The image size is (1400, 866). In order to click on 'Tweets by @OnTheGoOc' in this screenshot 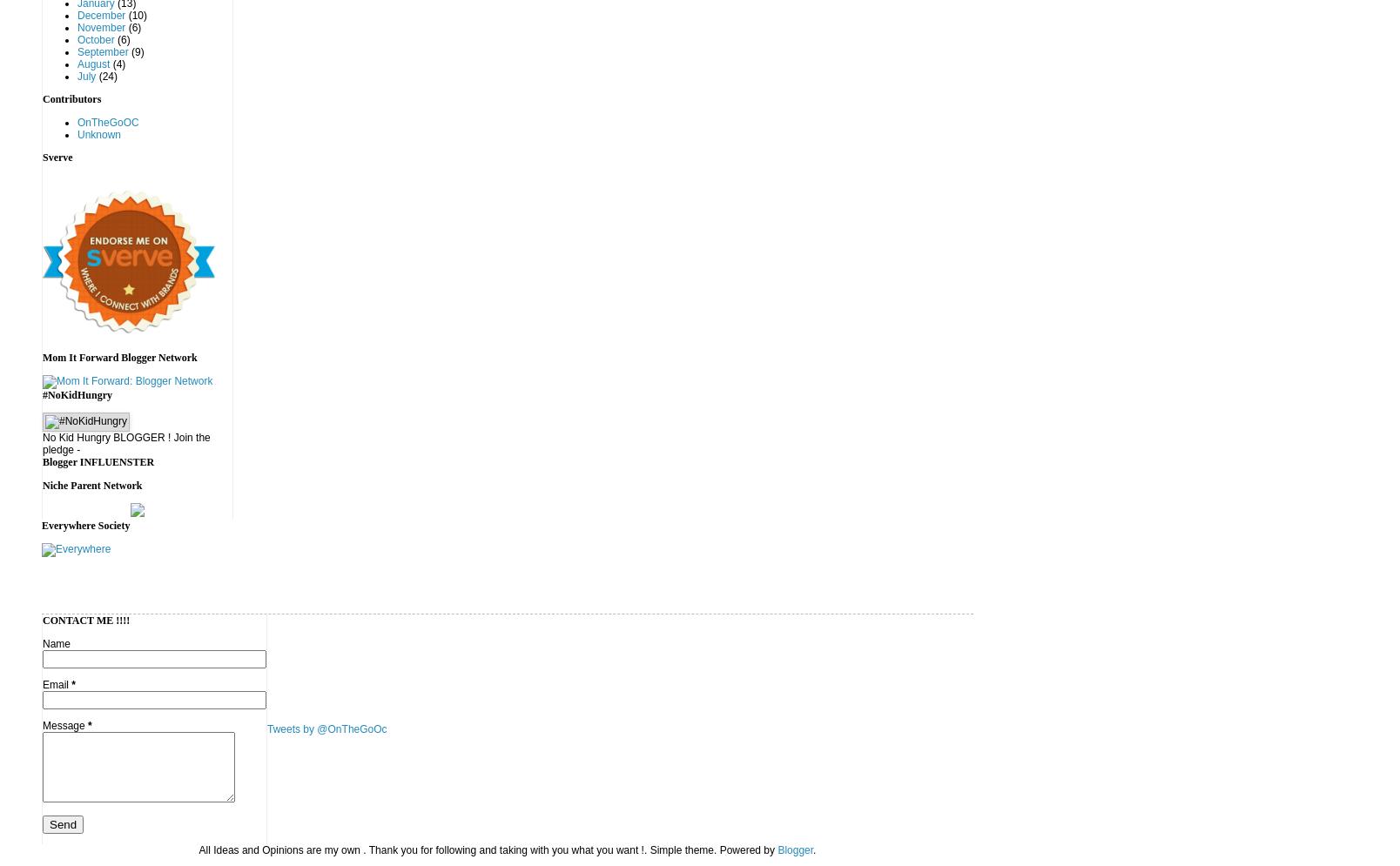, I will do `click(326, 728)`.